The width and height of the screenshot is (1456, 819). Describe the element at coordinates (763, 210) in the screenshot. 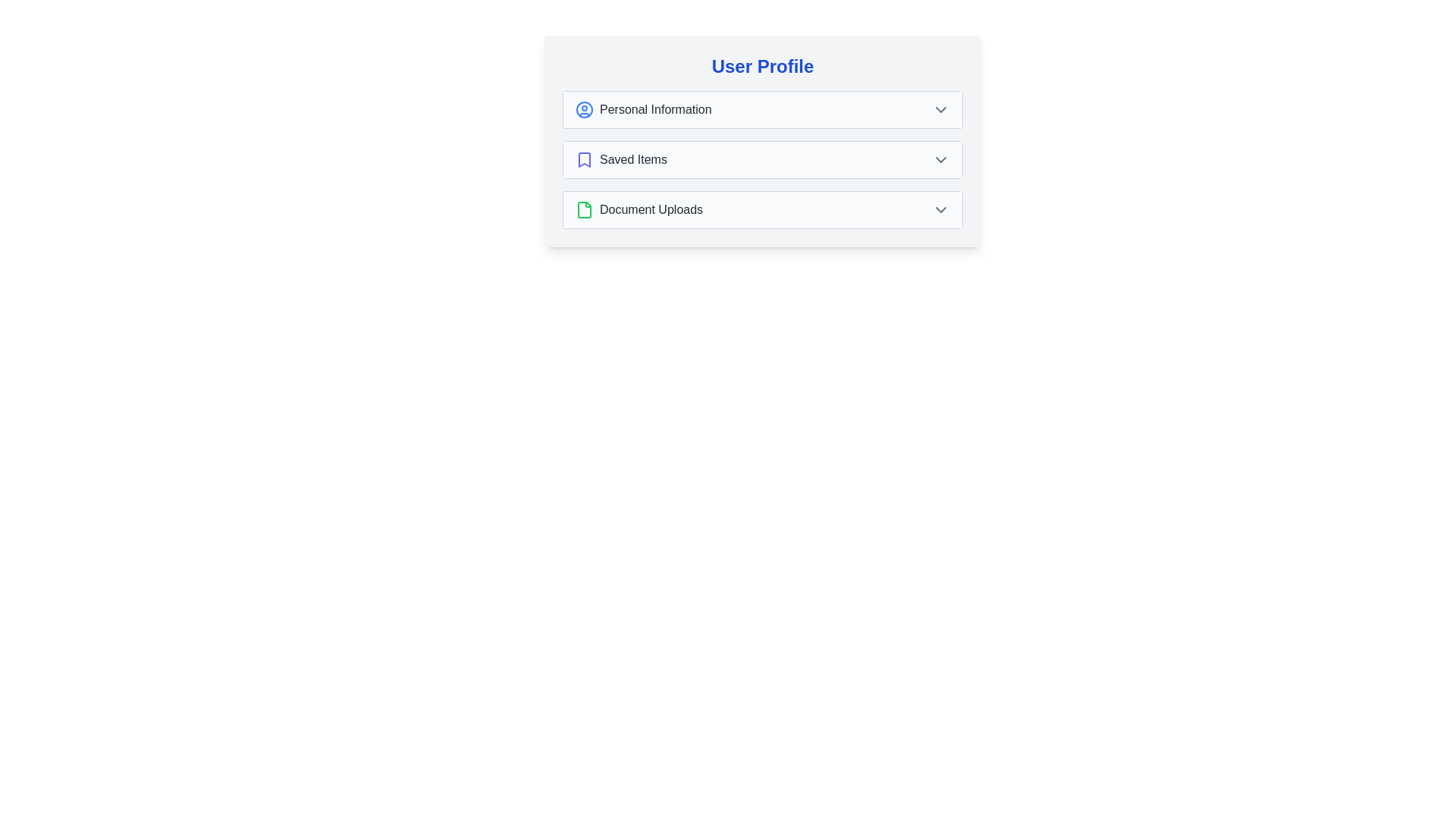

I see `the center of the collapsible menu item labeled 'Document Uploads'` at that location.